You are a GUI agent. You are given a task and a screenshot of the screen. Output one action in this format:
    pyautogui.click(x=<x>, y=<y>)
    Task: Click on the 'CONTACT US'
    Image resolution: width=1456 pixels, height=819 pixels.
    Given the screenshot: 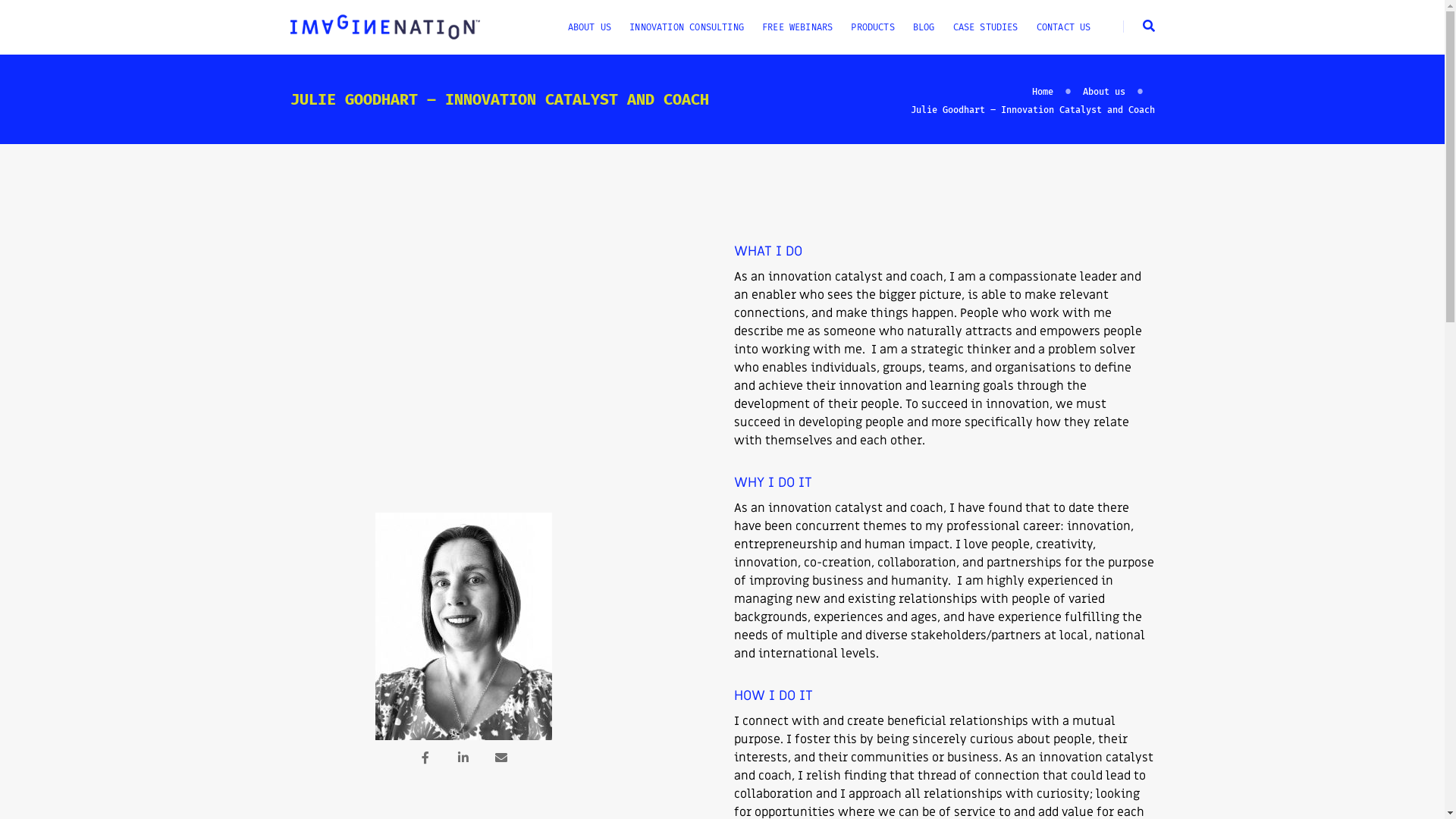 What is the action you would take?
    pyautogui.click(x=1036, y=27)
    